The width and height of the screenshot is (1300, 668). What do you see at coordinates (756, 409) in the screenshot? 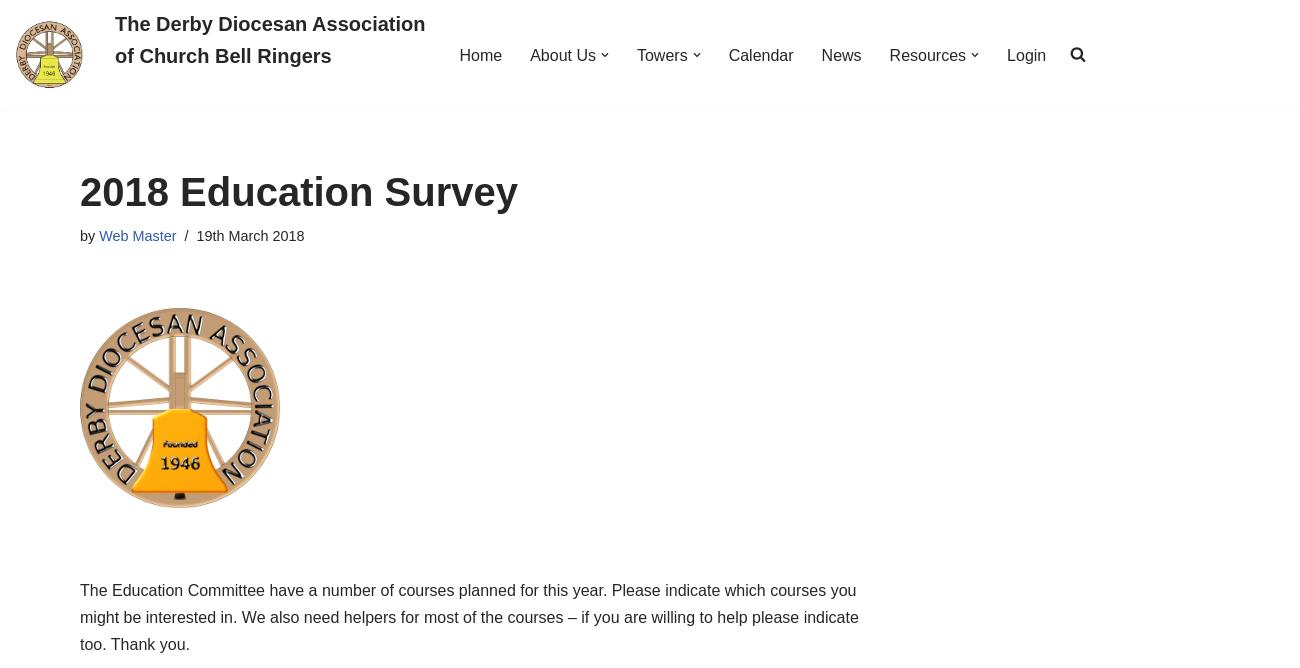
I see `'Southern'` at bounding box center [756, 409].